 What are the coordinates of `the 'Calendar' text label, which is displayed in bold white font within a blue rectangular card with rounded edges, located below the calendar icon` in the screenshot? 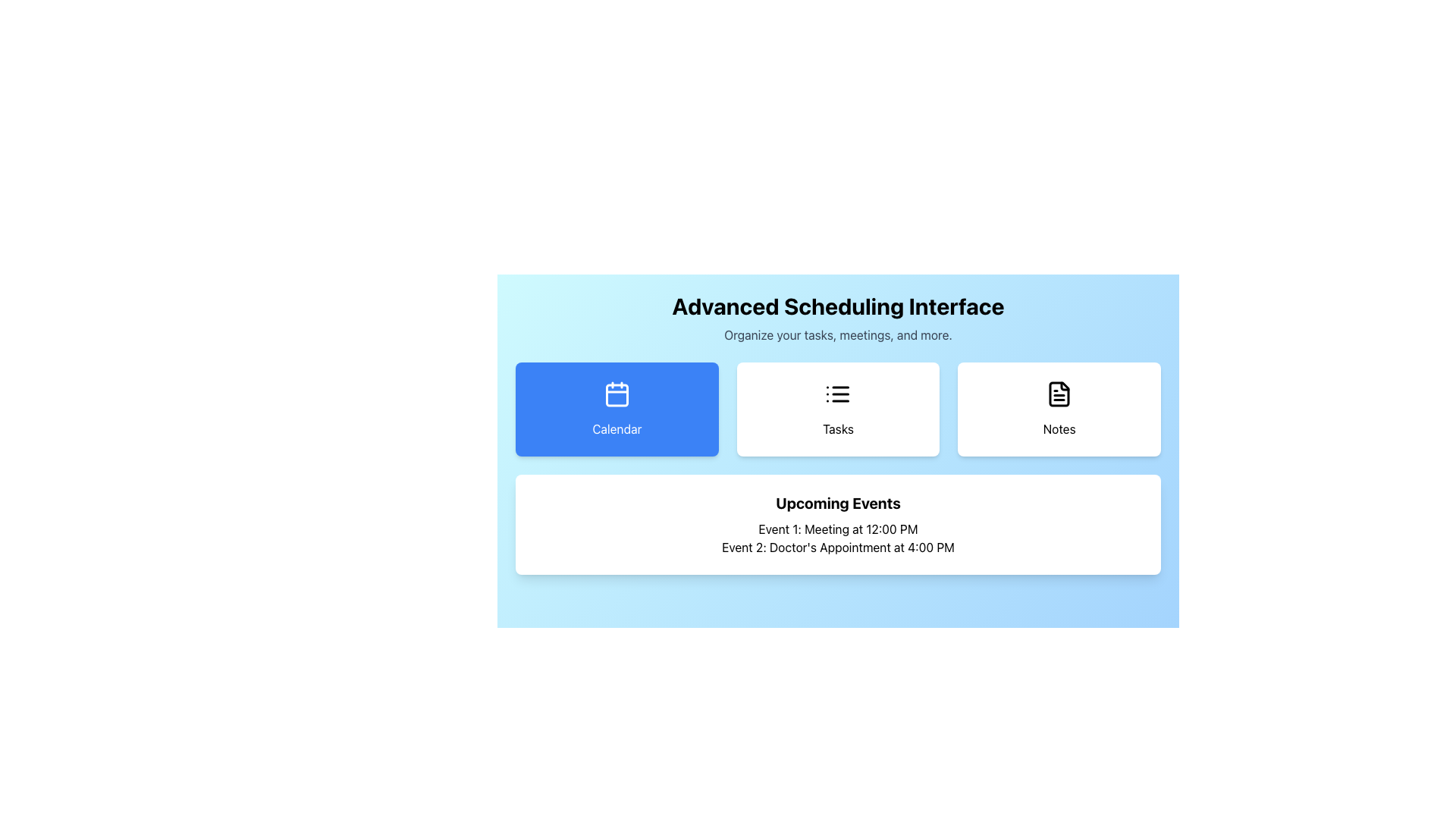 It's located at (617, 429).